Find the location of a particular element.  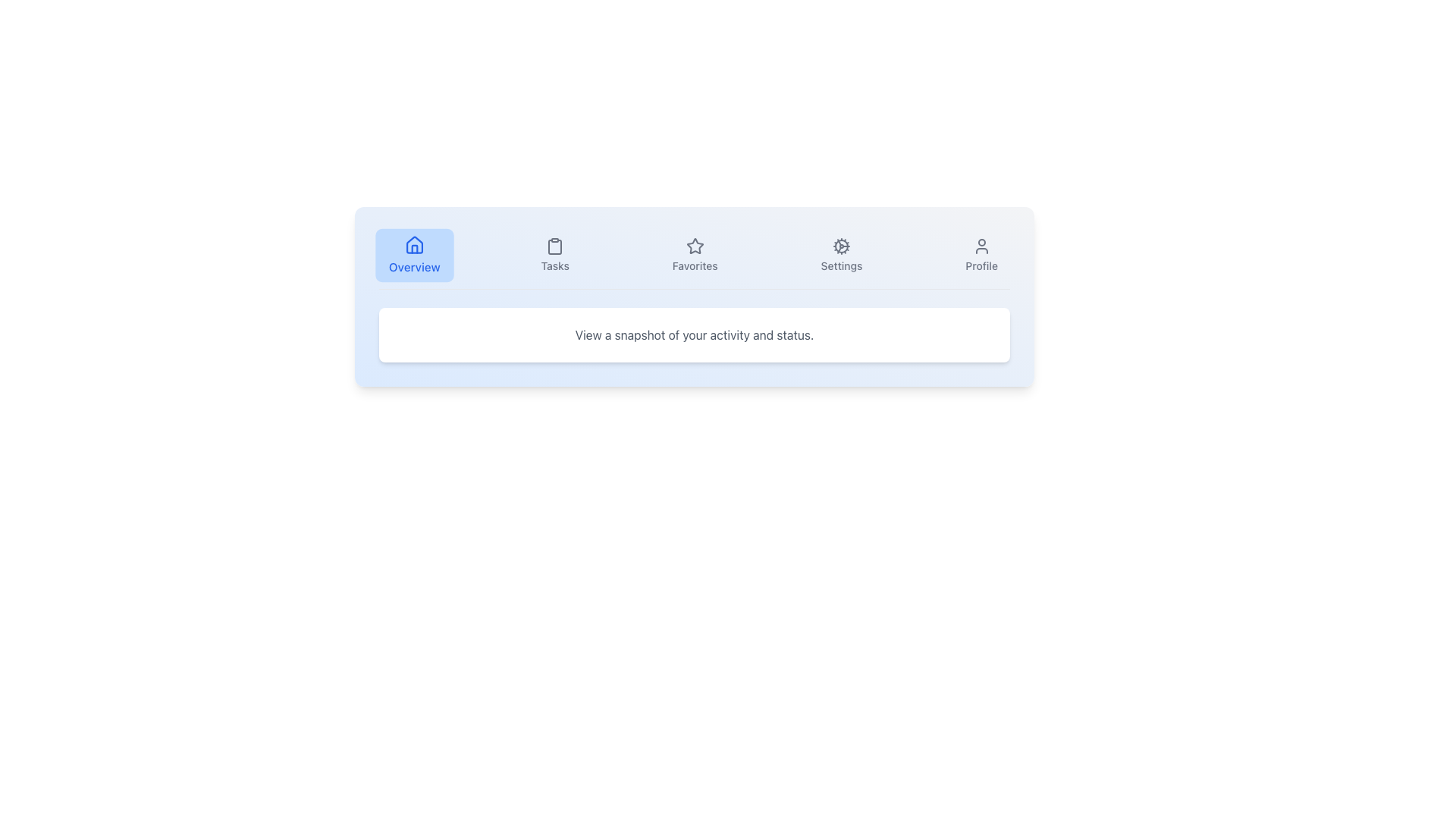

the 'Favorites' text label located beneath the star icon in the navigation bar is located at coordinates (694, 265).